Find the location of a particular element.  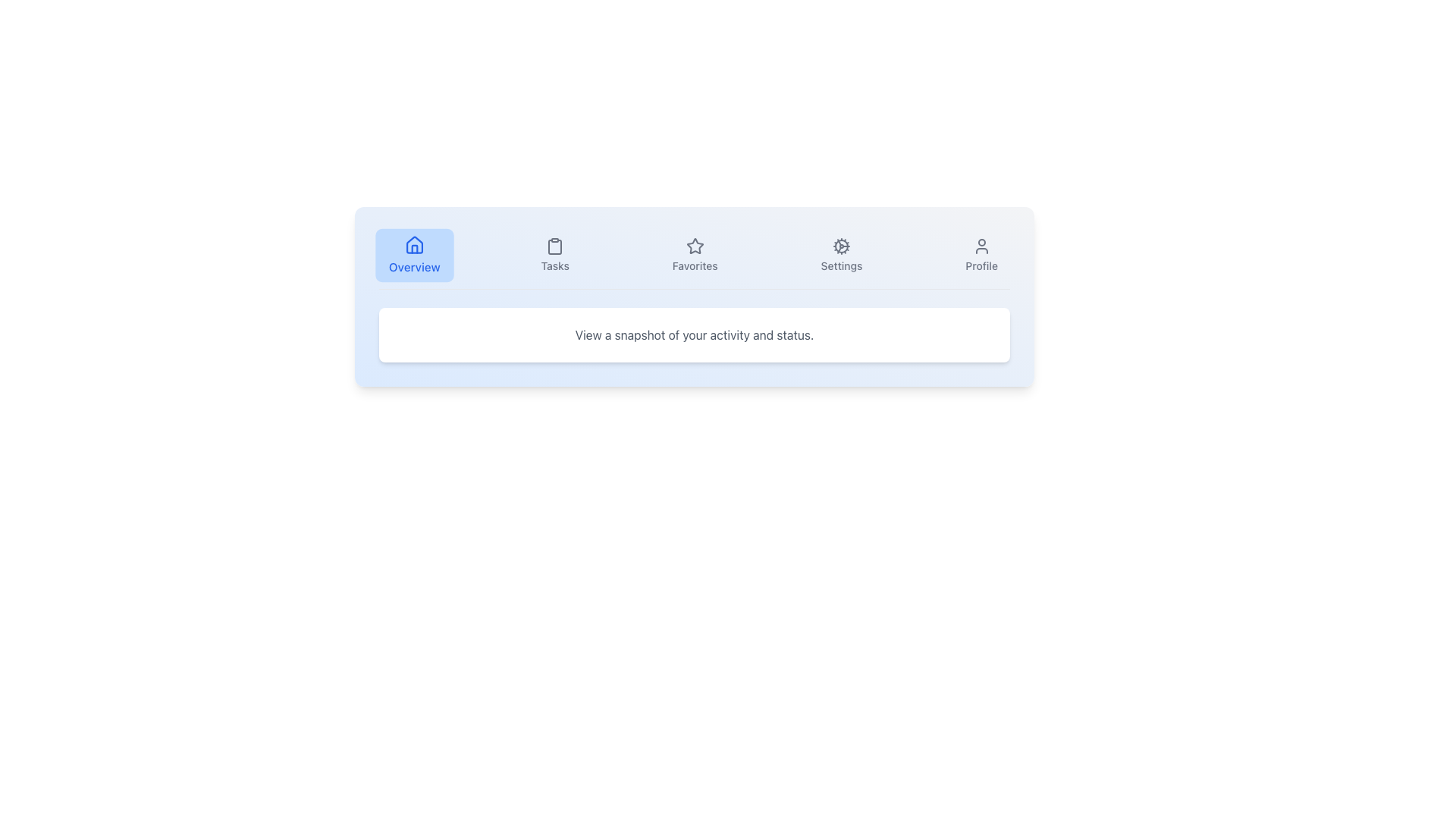

the 'Favorites' text label located beneath the star icon in the navigation bar is located at coordinates (694, 265).